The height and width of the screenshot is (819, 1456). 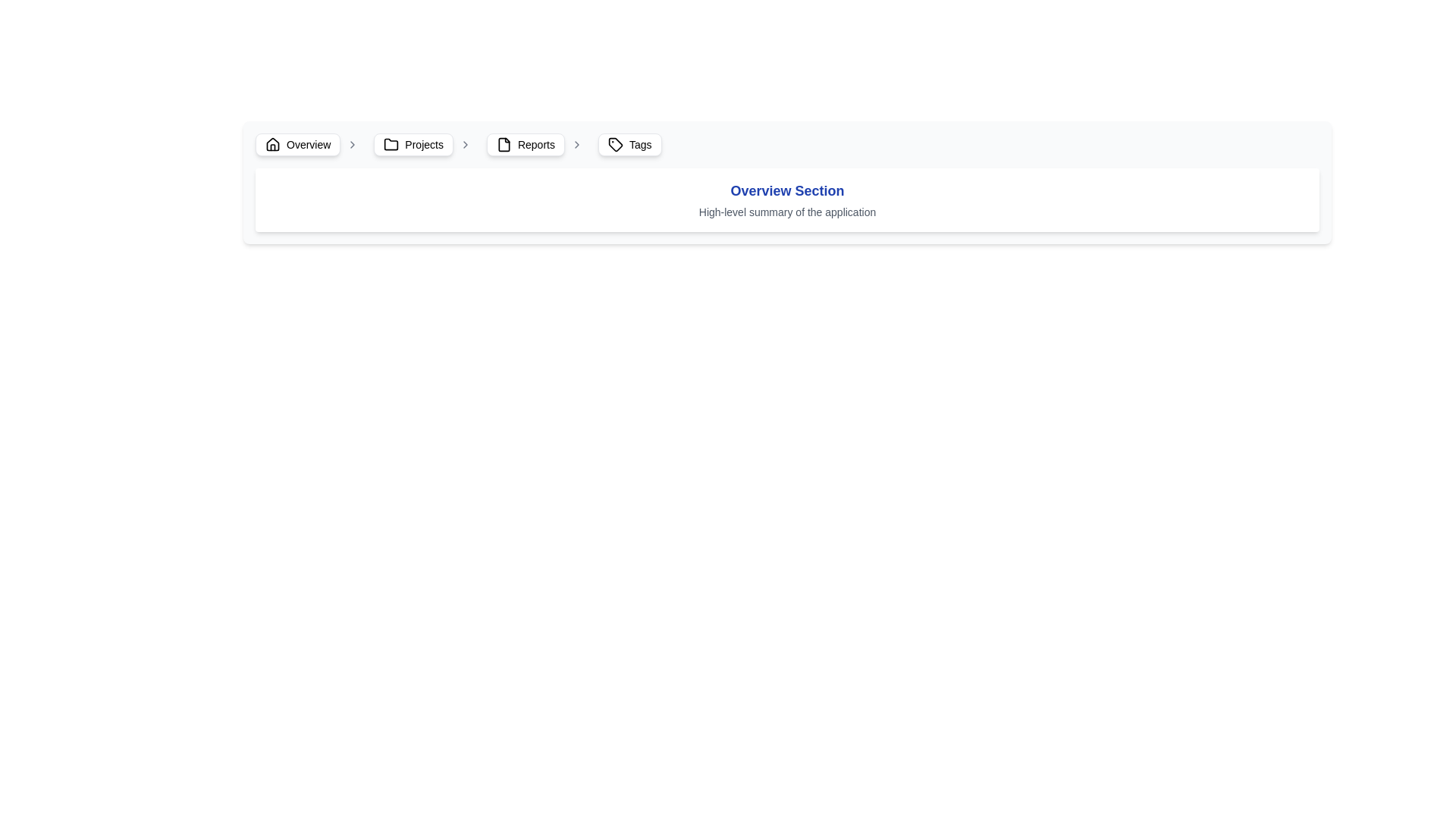 I want to click on text content of the 'Reports' label in the breadcrumb navigation bar, which is the fourth item following 'Overview', 'Projects', and a document icon, so click(x=536, y=145).